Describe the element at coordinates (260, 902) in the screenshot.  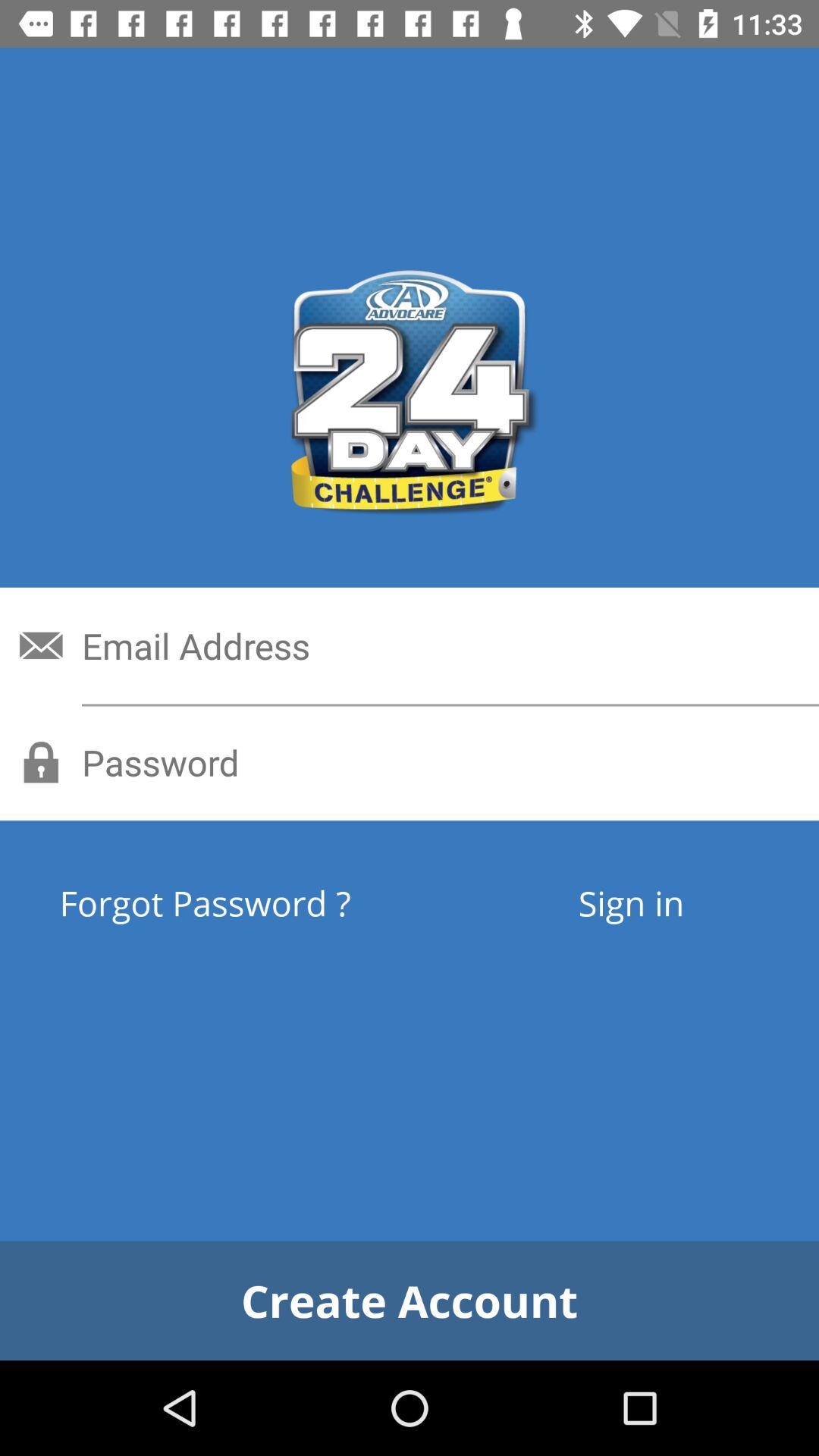
I see `the forgot password ? item` at that location.